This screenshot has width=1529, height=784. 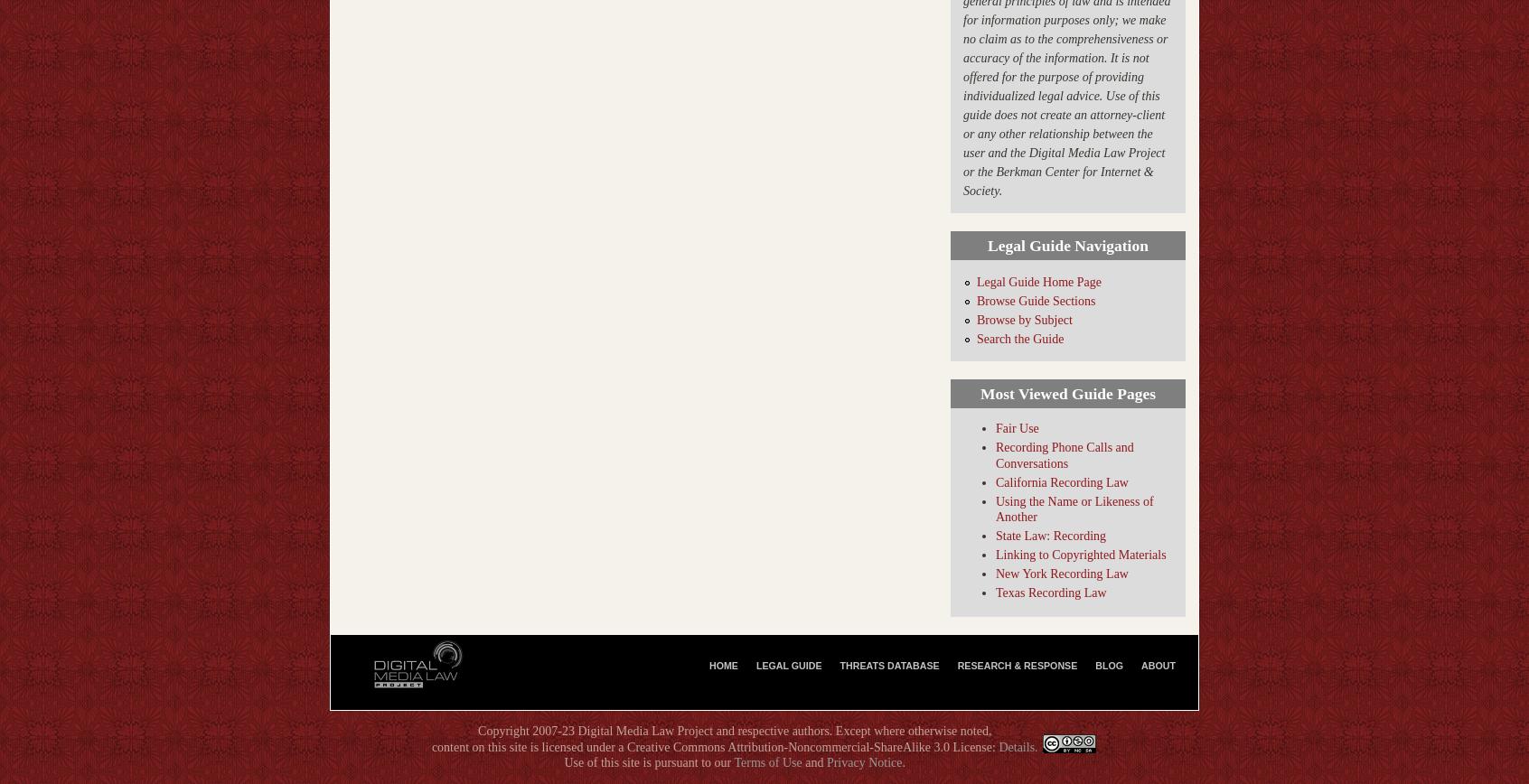 What do you see at coordinates (995, 536) in the screenshot?
I see `'State Law: Recording'` at bounding box center [995, 536].